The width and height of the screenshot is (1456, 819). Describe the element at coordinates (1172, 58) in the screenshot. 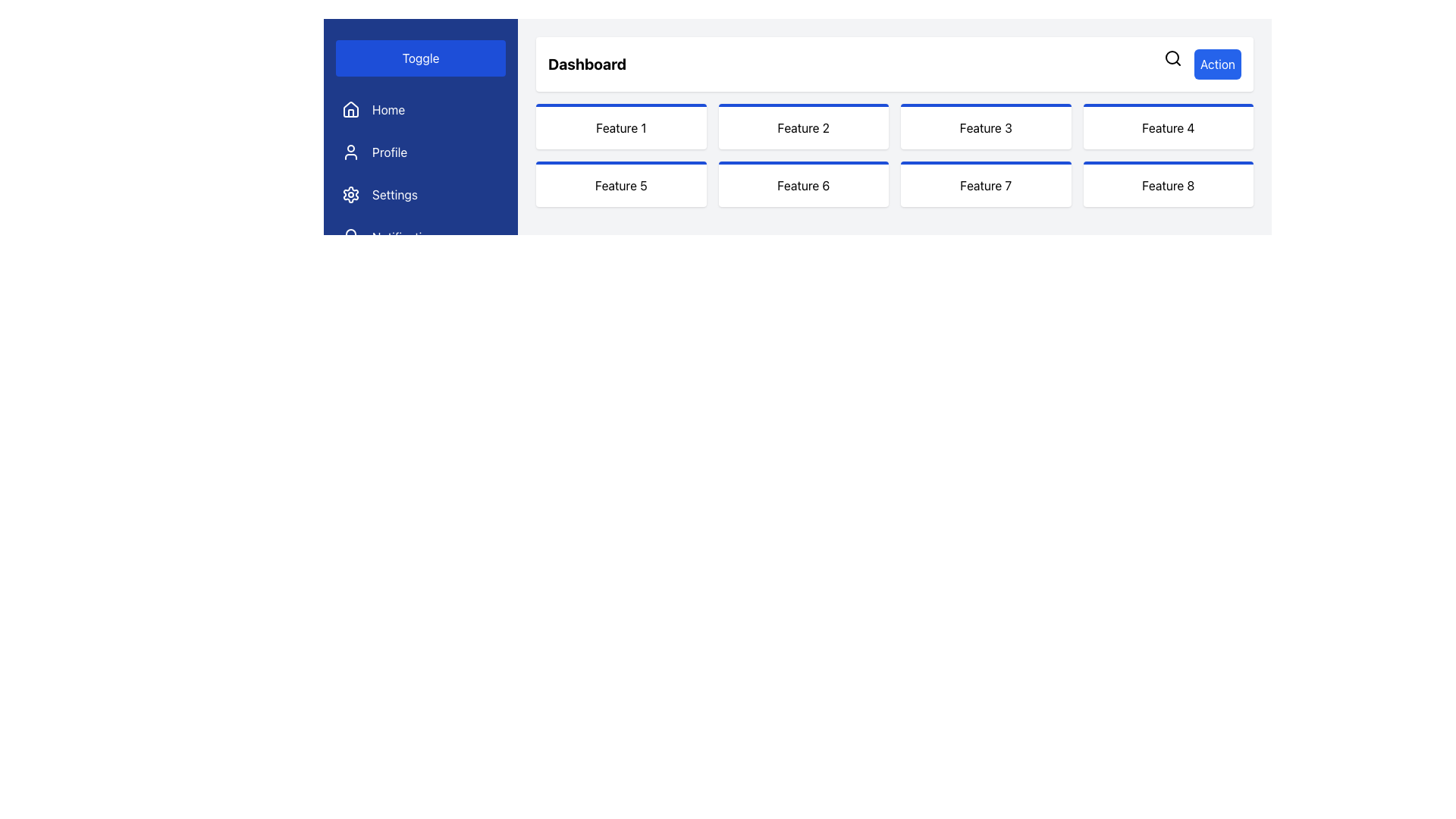

I see `the search button located at the top-right corner of the interface` at that location.